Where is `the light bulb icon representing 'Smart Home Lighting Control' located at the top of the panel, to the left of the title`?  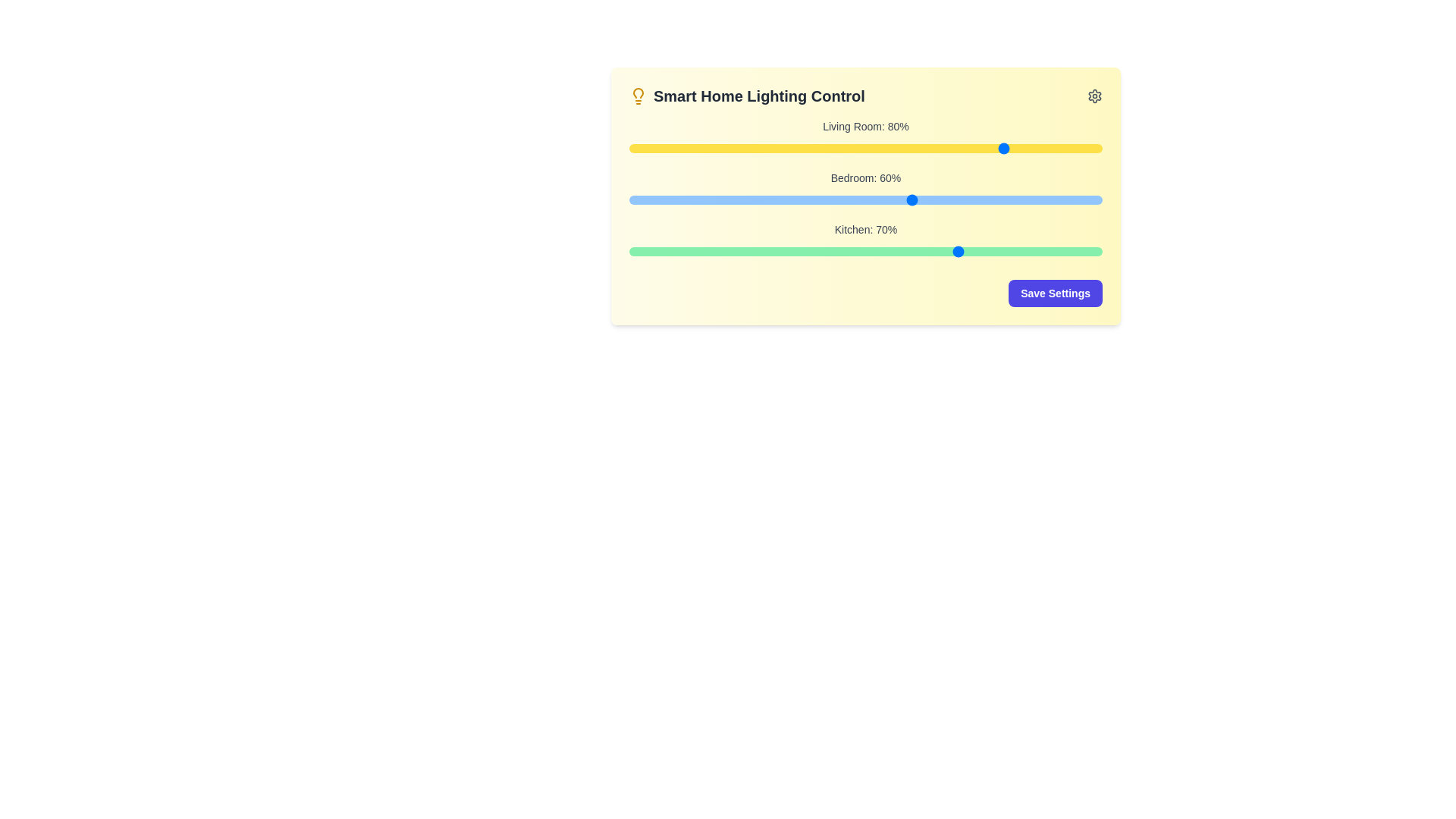 the light bulb icon representing 'Smart Home Lighting Control' located at the top of the panel, to the left of the title is located at coordinates (638, 96).